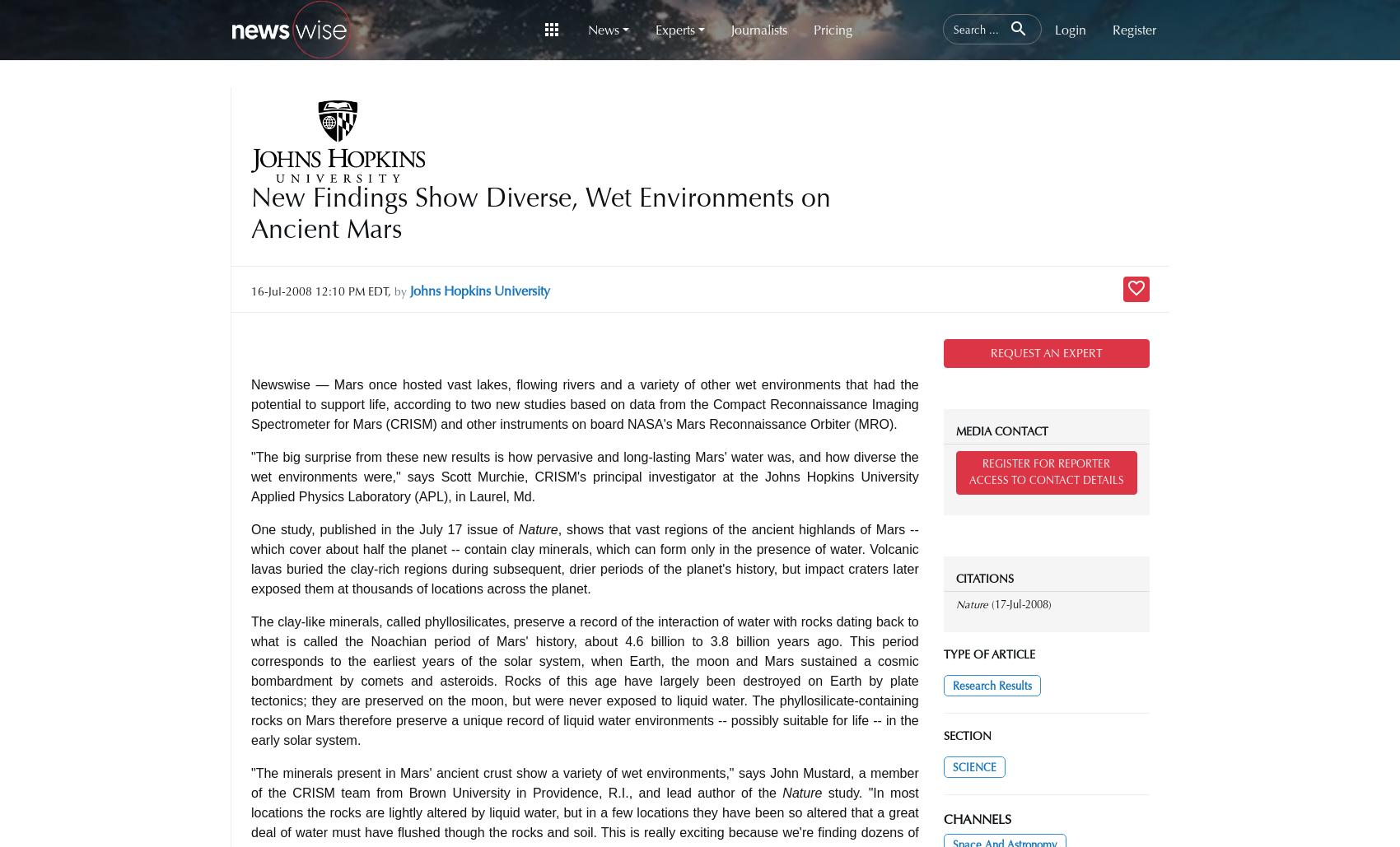 The height and width of the screenshot is (847, 1400). What do you see at coordinates (987, 654) in the screenshot?
I see `'TYPE OF ARTICLE'` at bounding box center [987, 654].